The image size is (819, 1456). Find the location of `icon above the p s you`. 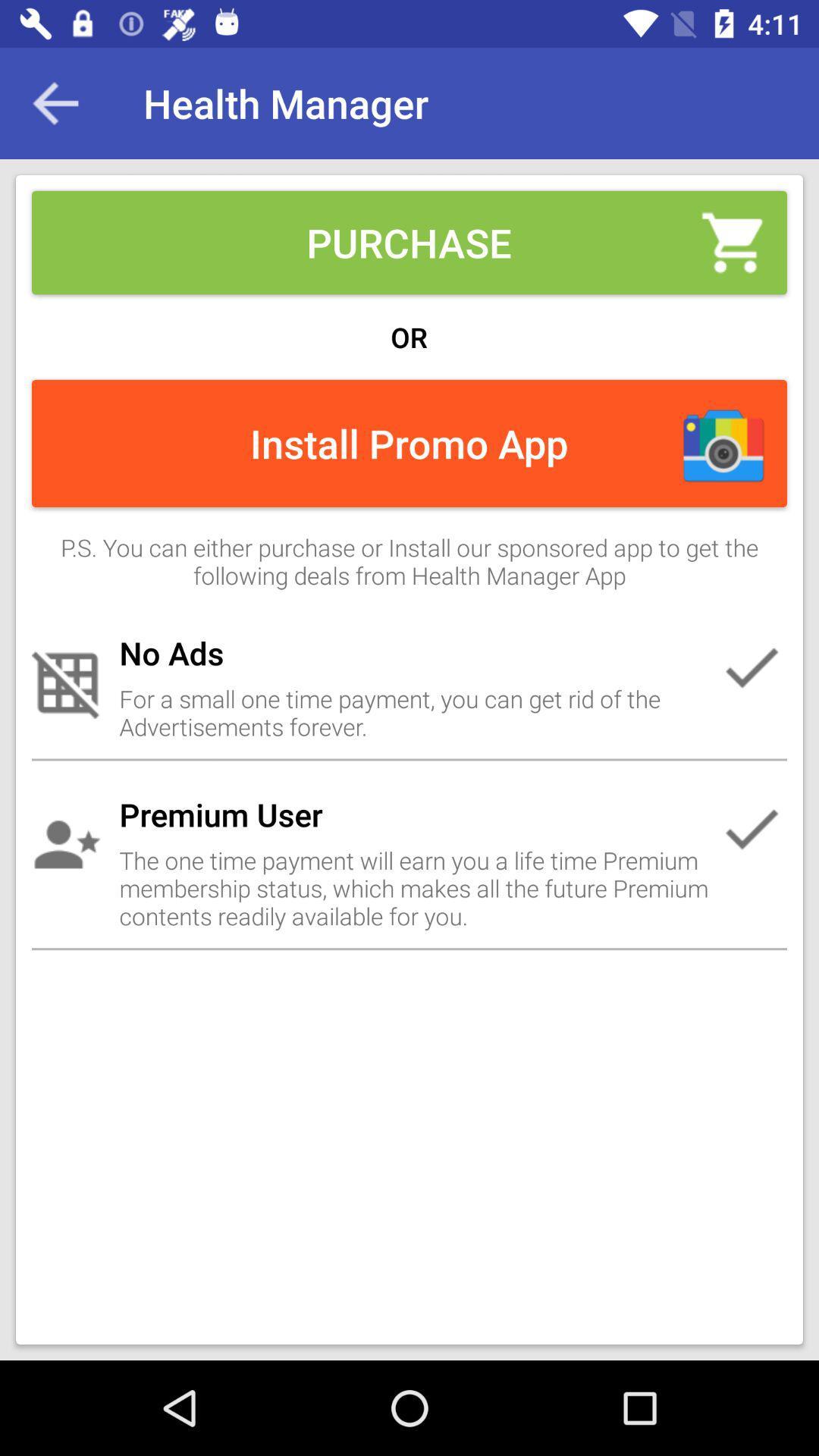

icon above the p s you is located at coordinates (55, 102).